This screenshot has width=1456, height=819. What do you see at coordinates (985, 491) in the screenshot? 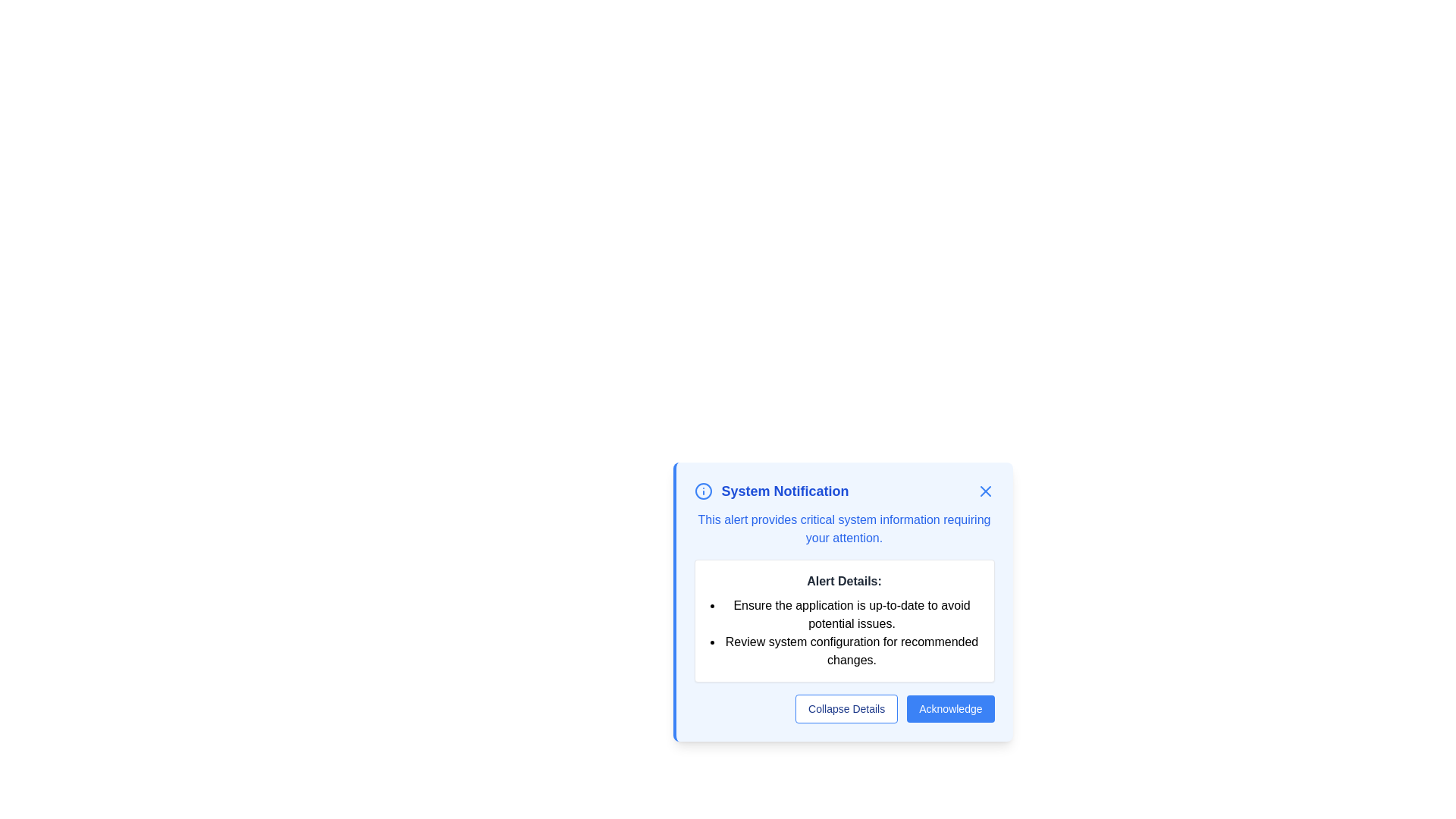
I see `the blue cross icon button in the top-right corner of the 'System Notification' modal` at bounding box center [985, 491].